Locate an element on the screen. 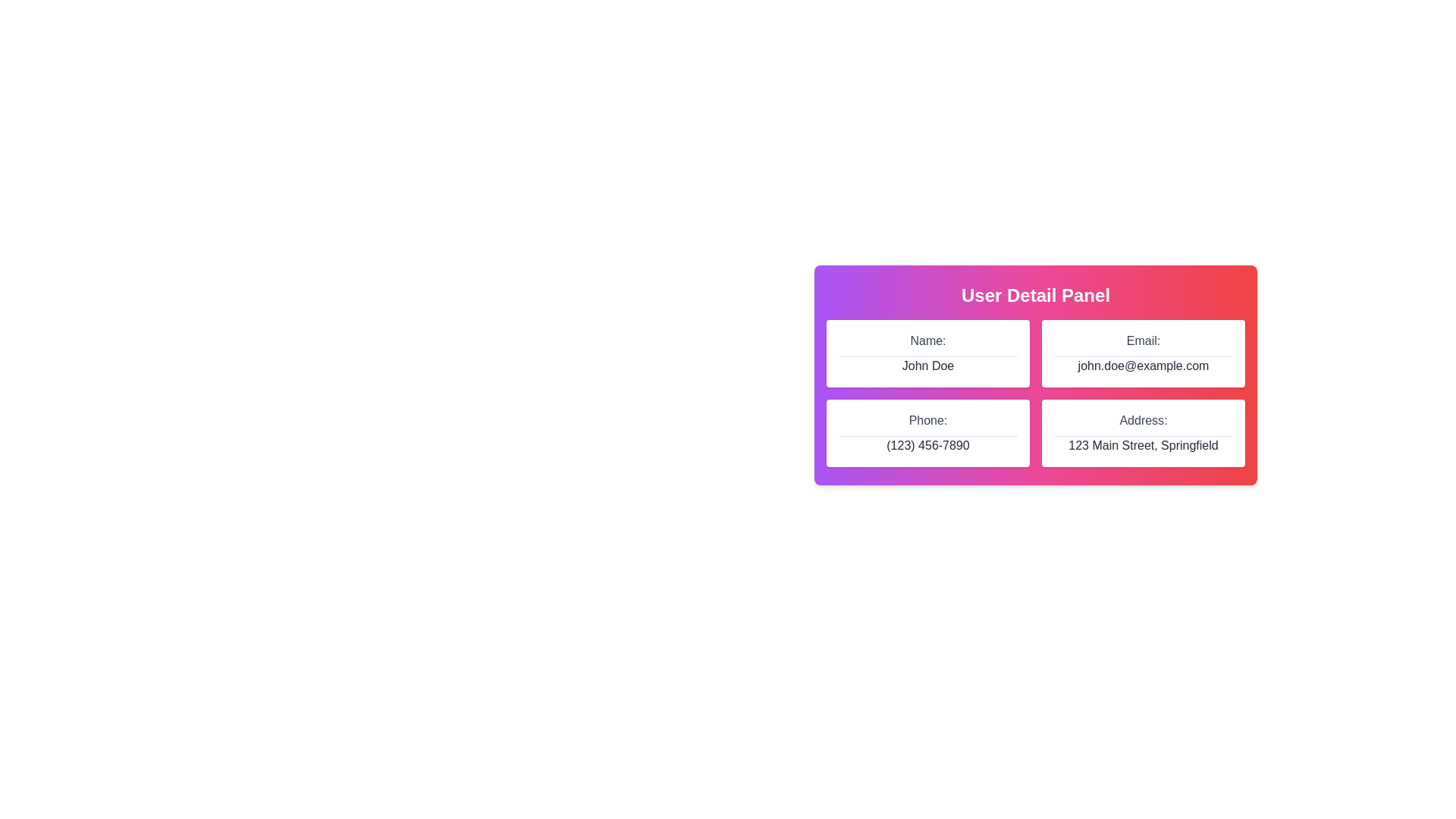  the Text label that identifies the purpose of the data displayed, located above the address '123 Main Street, Springfield' in the bottom-right quadrant of the panel is located at coordinates (1143, 421).